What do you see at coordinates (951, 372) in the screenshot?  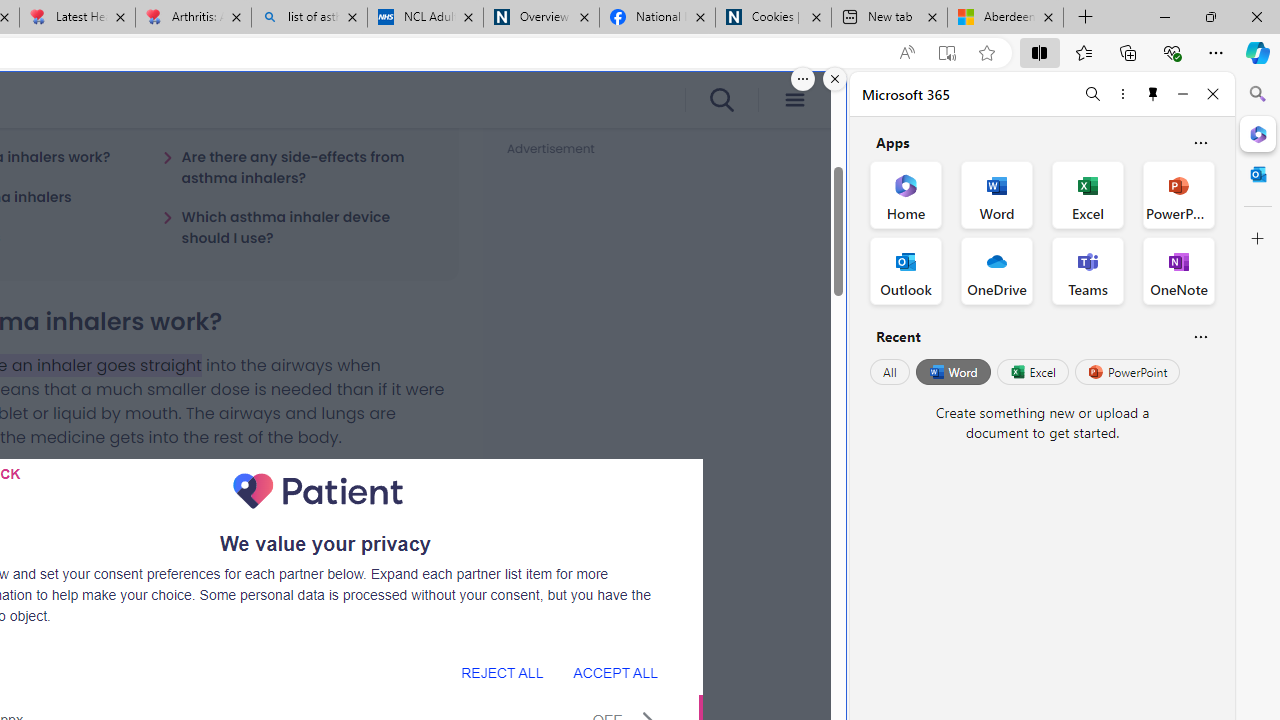 I see `'Word'` at bounding box center [951, 372].